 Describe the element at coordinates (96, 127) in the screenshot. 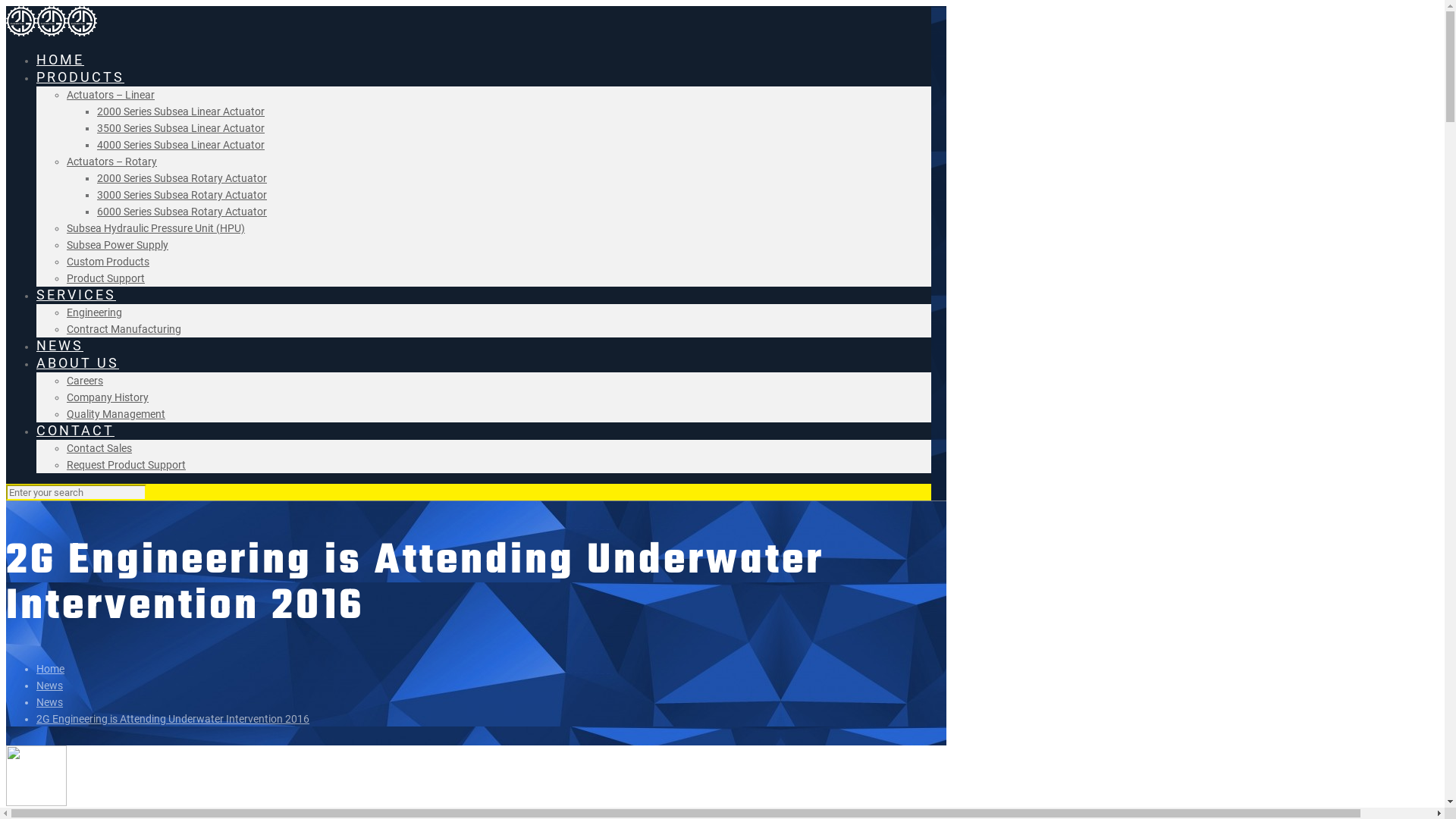

I see `'3500 Series Subsea Linear Actuator'` at that location.